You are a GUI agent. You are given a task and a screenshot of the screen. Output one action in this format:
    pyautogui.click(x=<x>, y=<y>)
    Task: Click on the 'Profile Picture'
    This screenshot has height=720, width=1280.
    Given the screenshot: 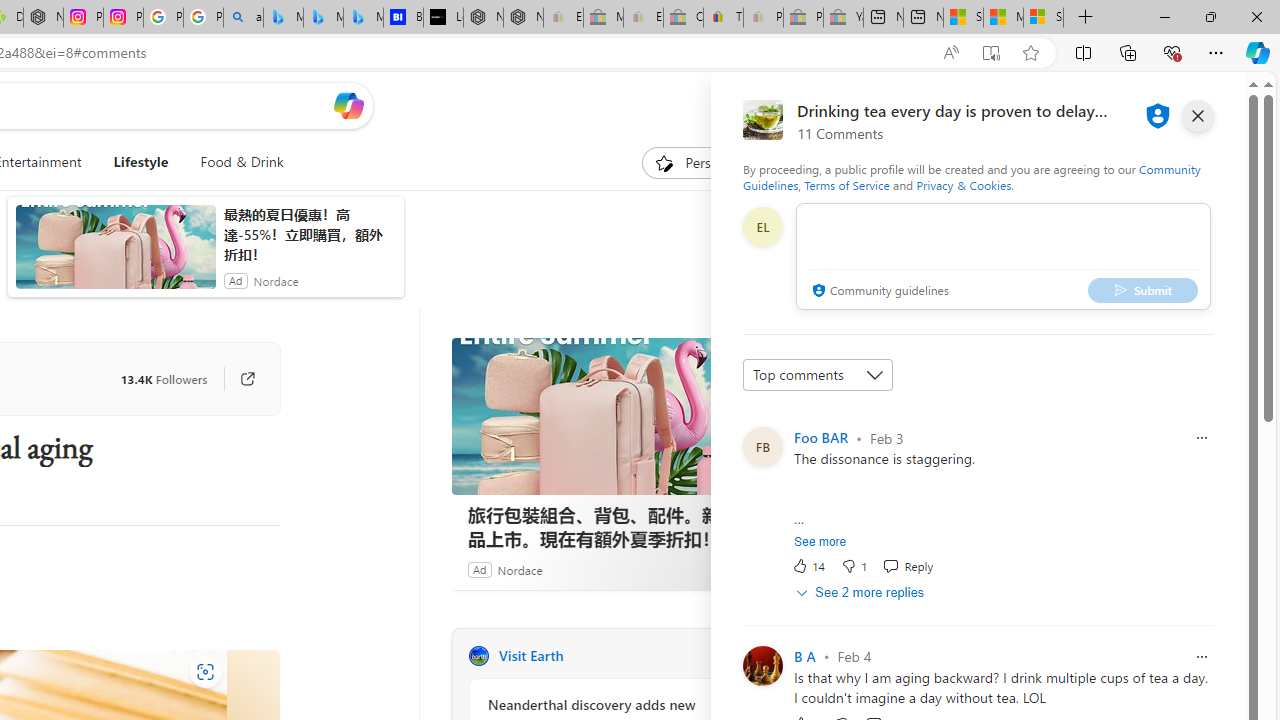 What is the action you would take?
    pyautogui.click(x=761, y=665)
    